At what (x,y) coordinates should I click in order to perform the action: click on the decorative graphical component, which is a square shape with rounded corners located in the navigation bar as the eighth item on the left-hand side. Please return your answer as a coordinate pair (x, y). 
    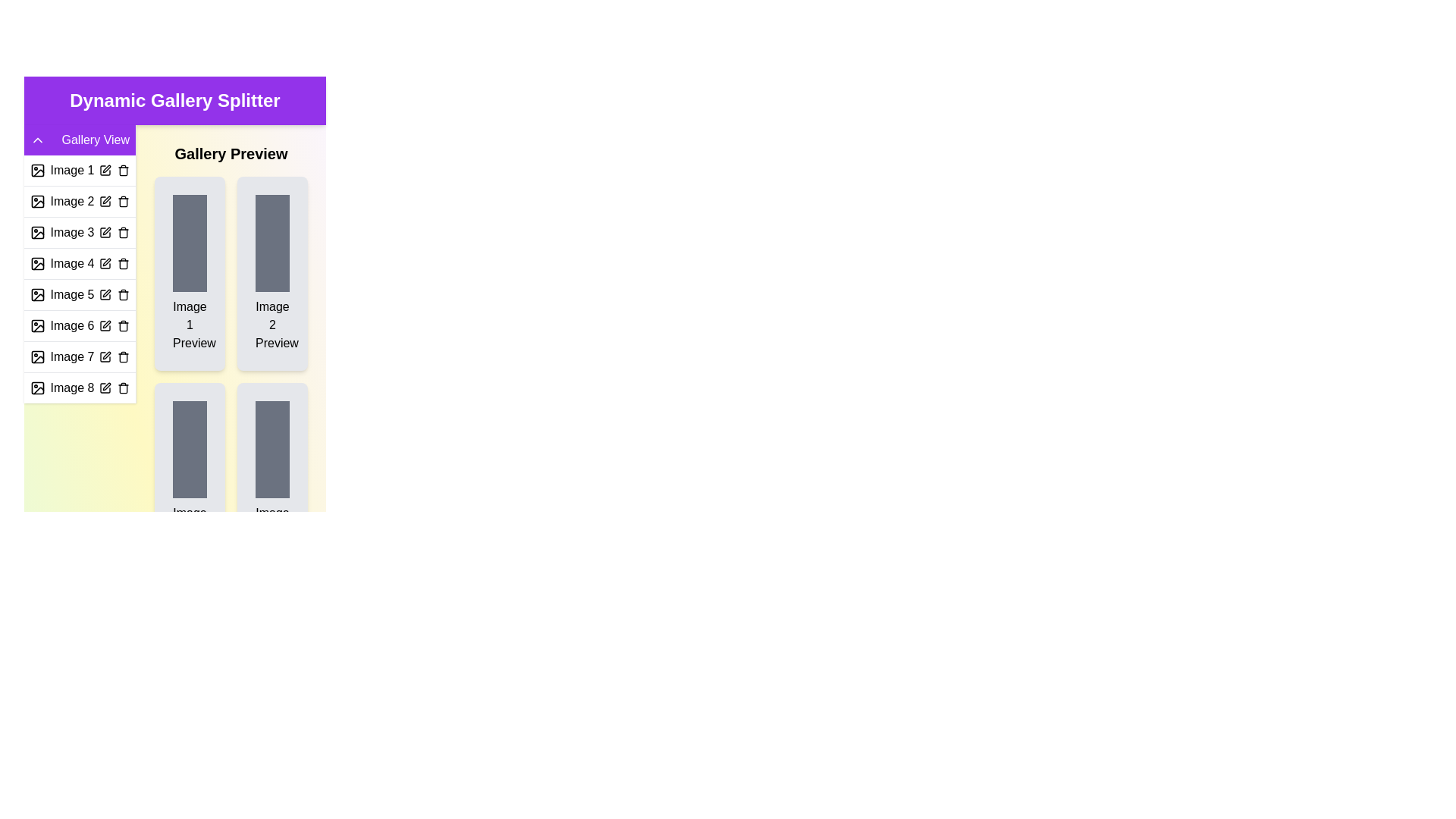
    Looking at the image, I should click on (37, 388).